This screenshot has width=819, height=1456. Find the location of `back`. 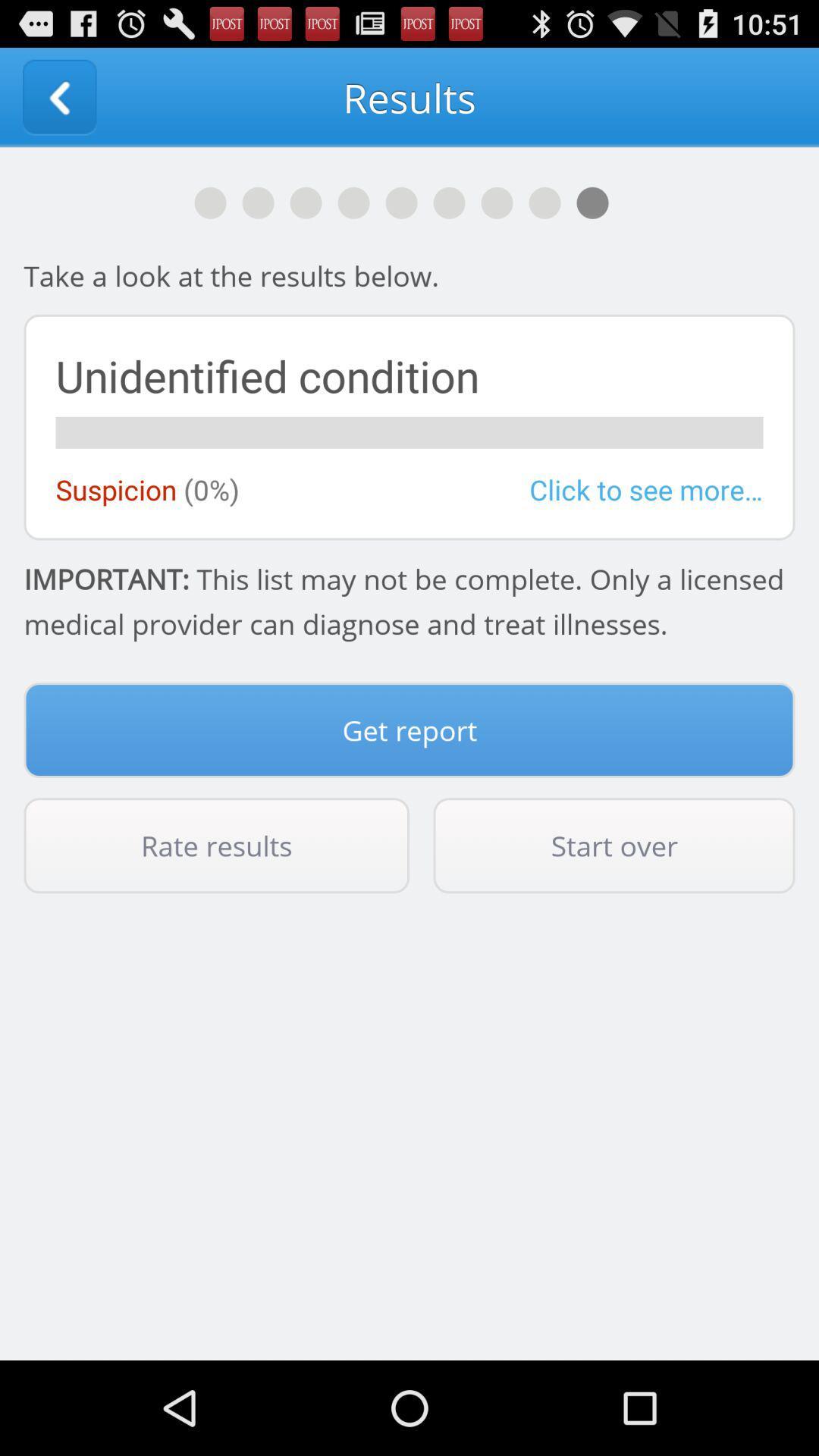

back is located at coordinates (58, 96).